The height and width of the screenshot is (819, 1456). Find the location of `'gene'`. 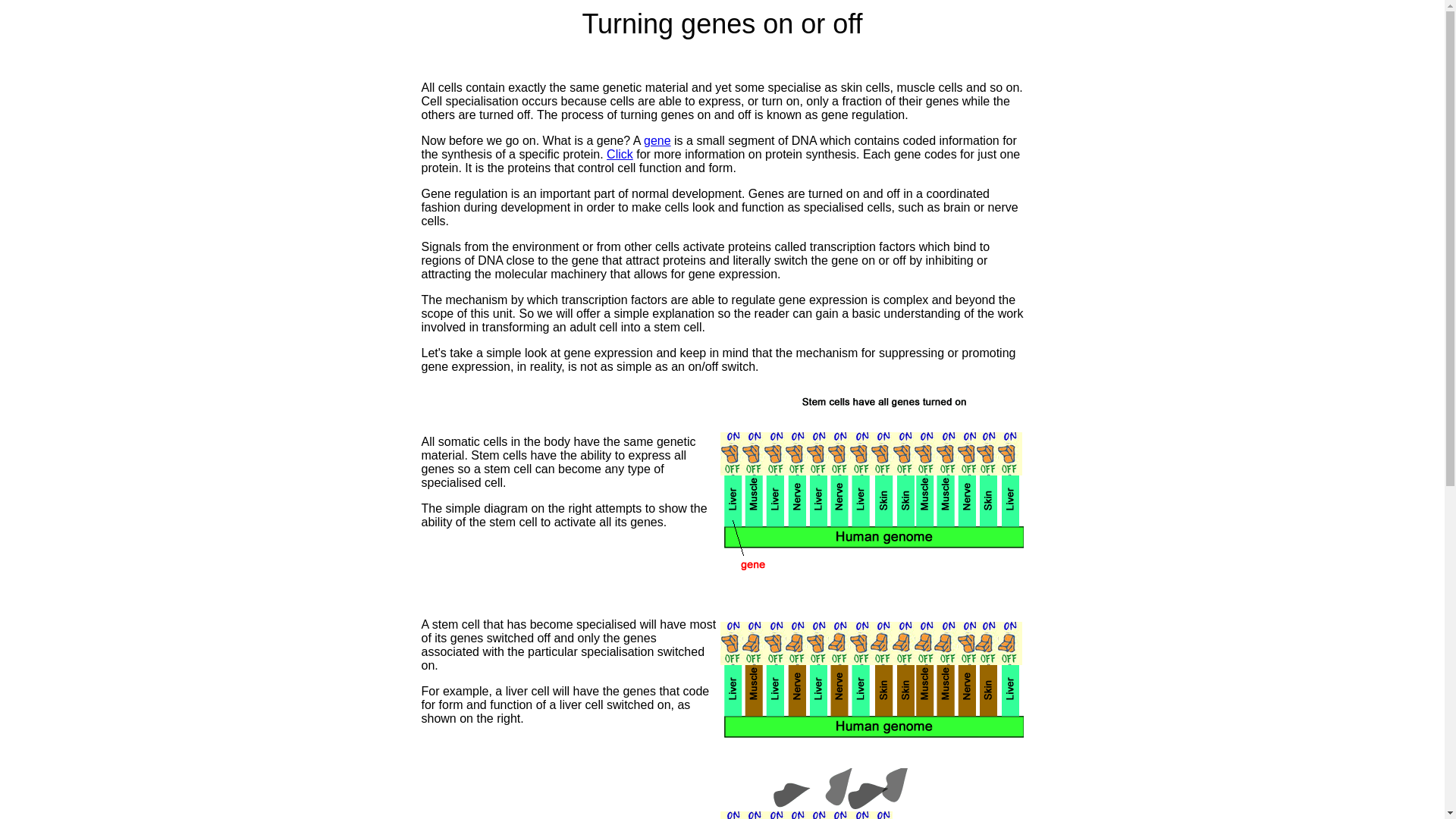

'gene' is located at coordinates (657, 140).